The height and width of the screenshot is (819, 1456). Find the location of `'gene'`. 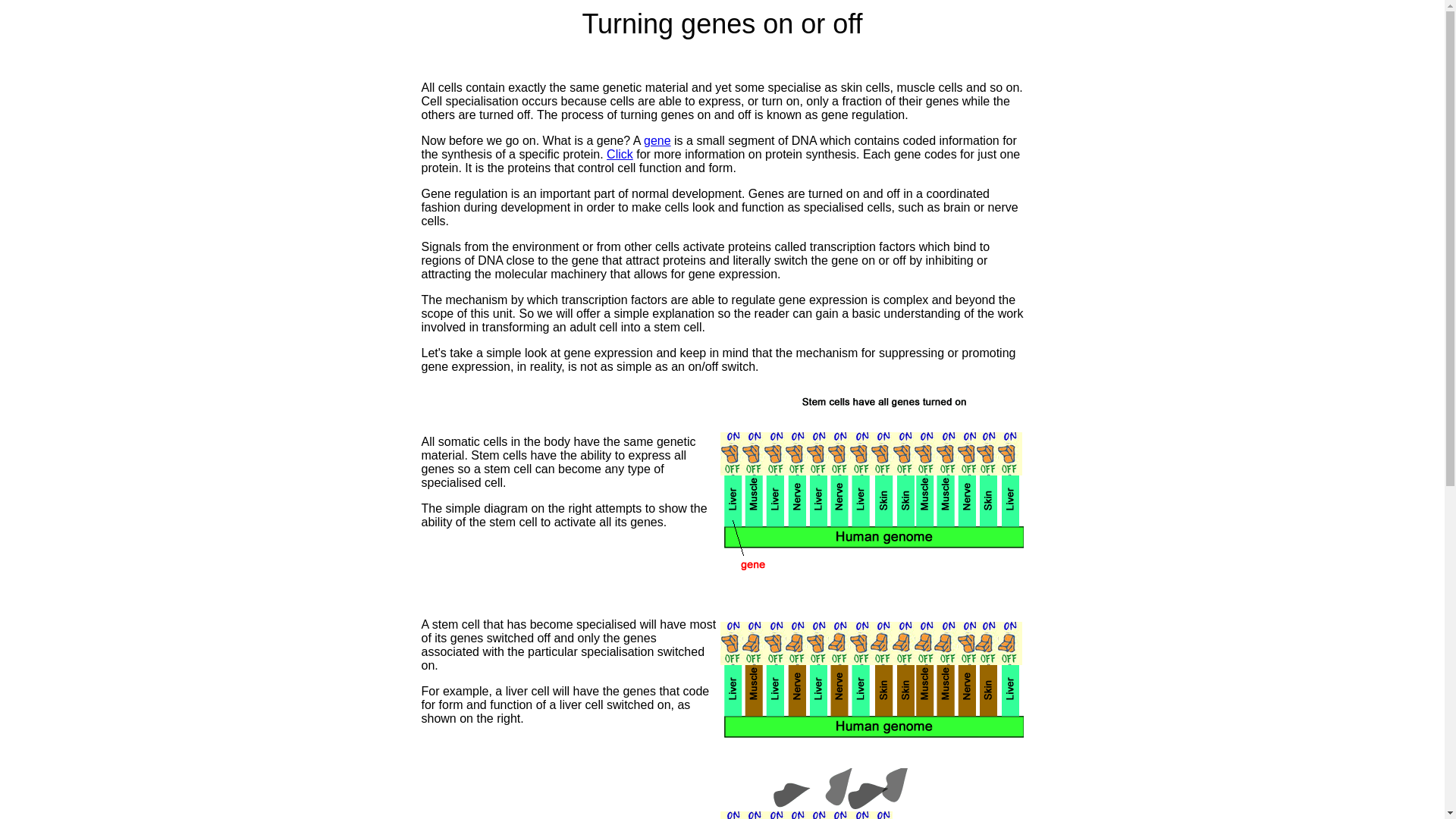

'gene' is located at coordinates (657, 140).